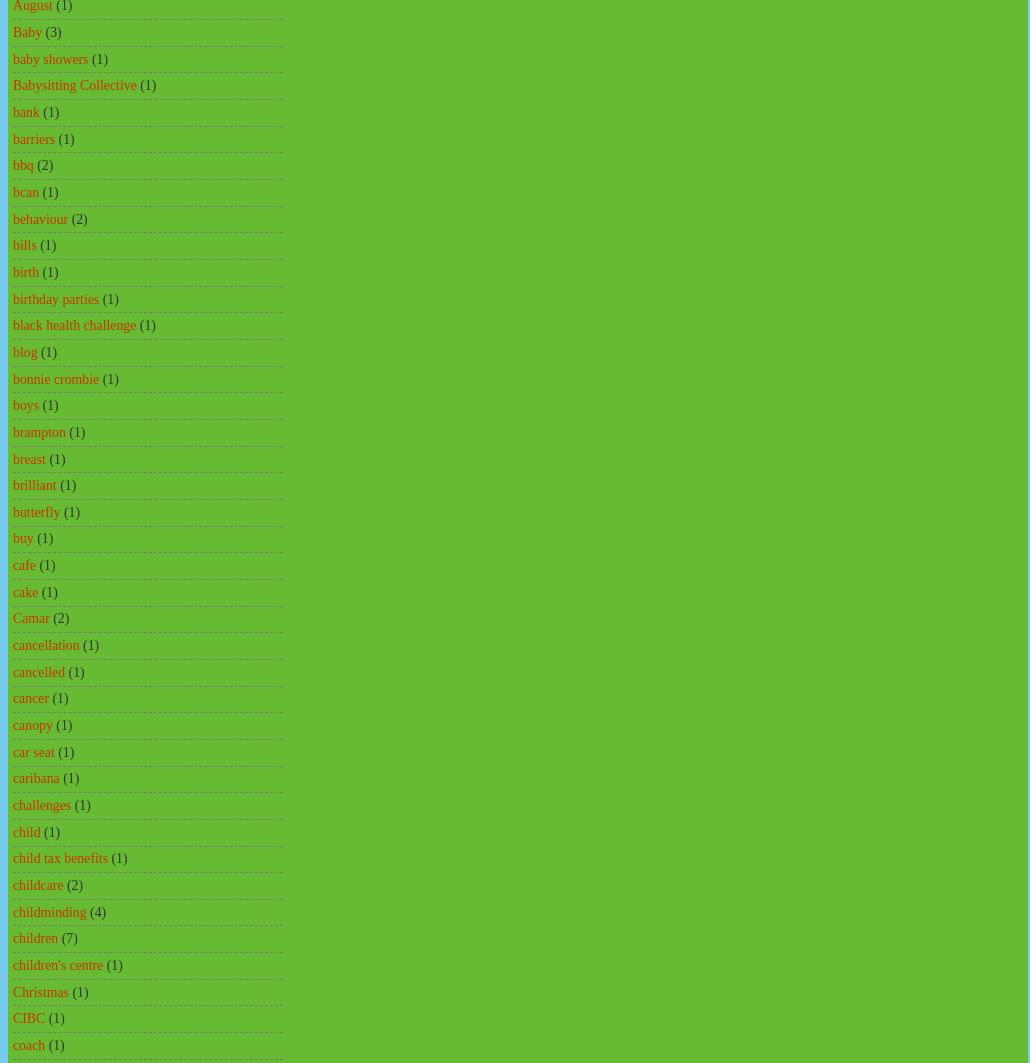 This screenshot has height=1063, width=1030. What do you see at coordinates (31, 697) in the screenshot?
I see `'cancer'` at bounding box center [31, 697].